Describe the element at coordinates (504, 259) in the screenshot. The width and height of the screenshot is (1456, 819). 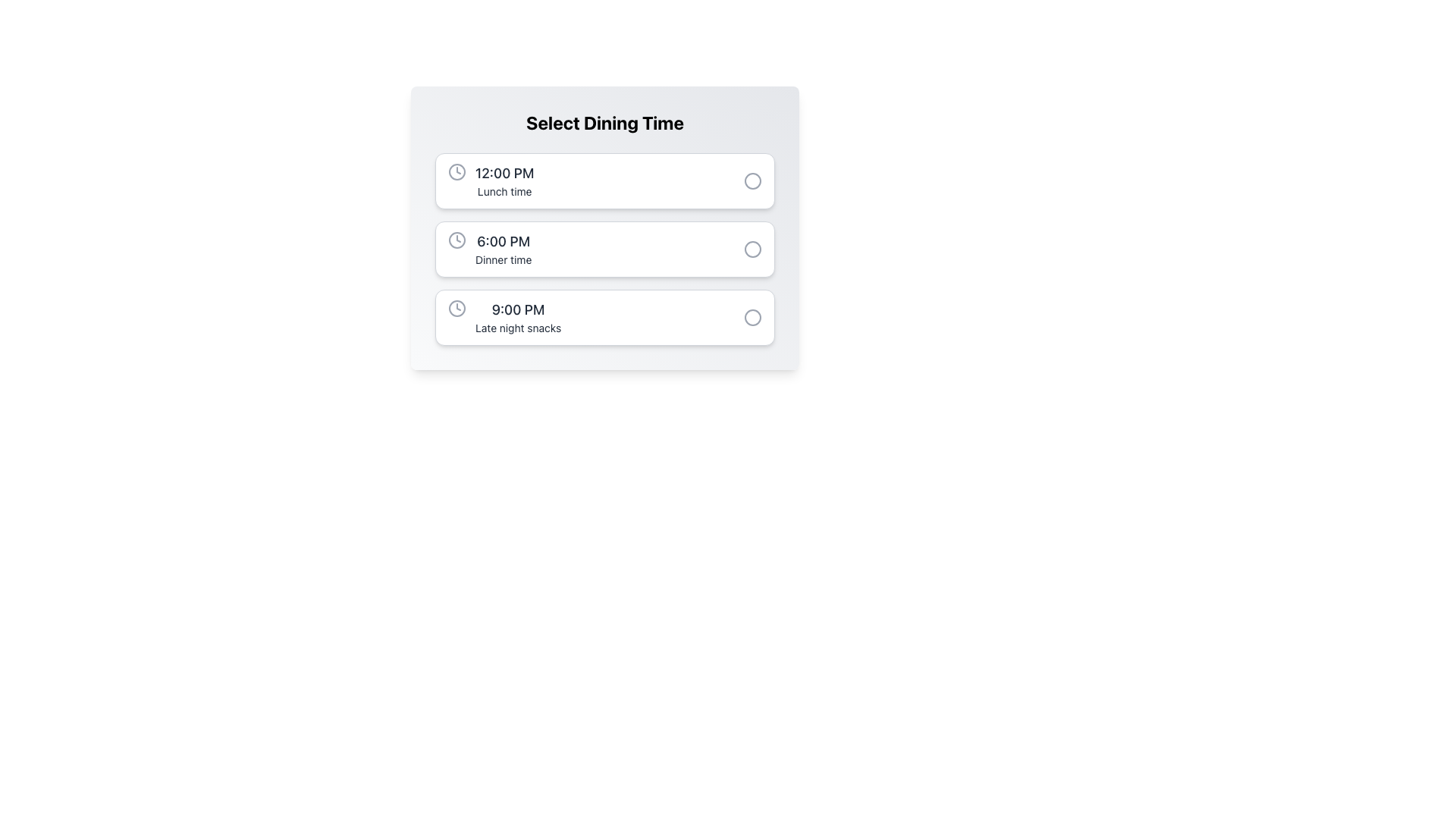
I see `text label indicating 'Dinner time' located below the '6:00 PM' text in the dining time options list` at that location.